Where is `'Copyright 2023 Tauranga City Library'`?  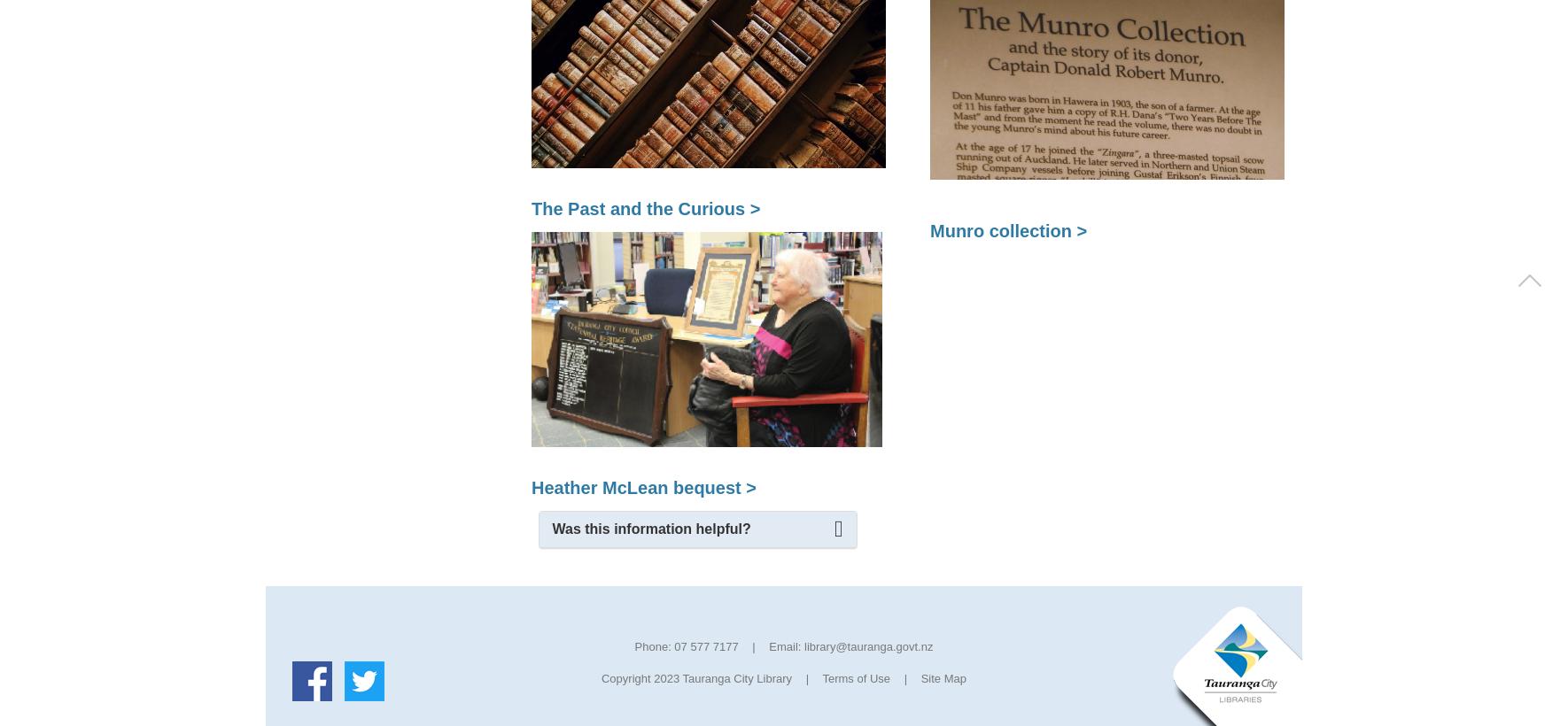
'Copyright 2023 Tauranga City Library' is located at coordinates (696, 676).